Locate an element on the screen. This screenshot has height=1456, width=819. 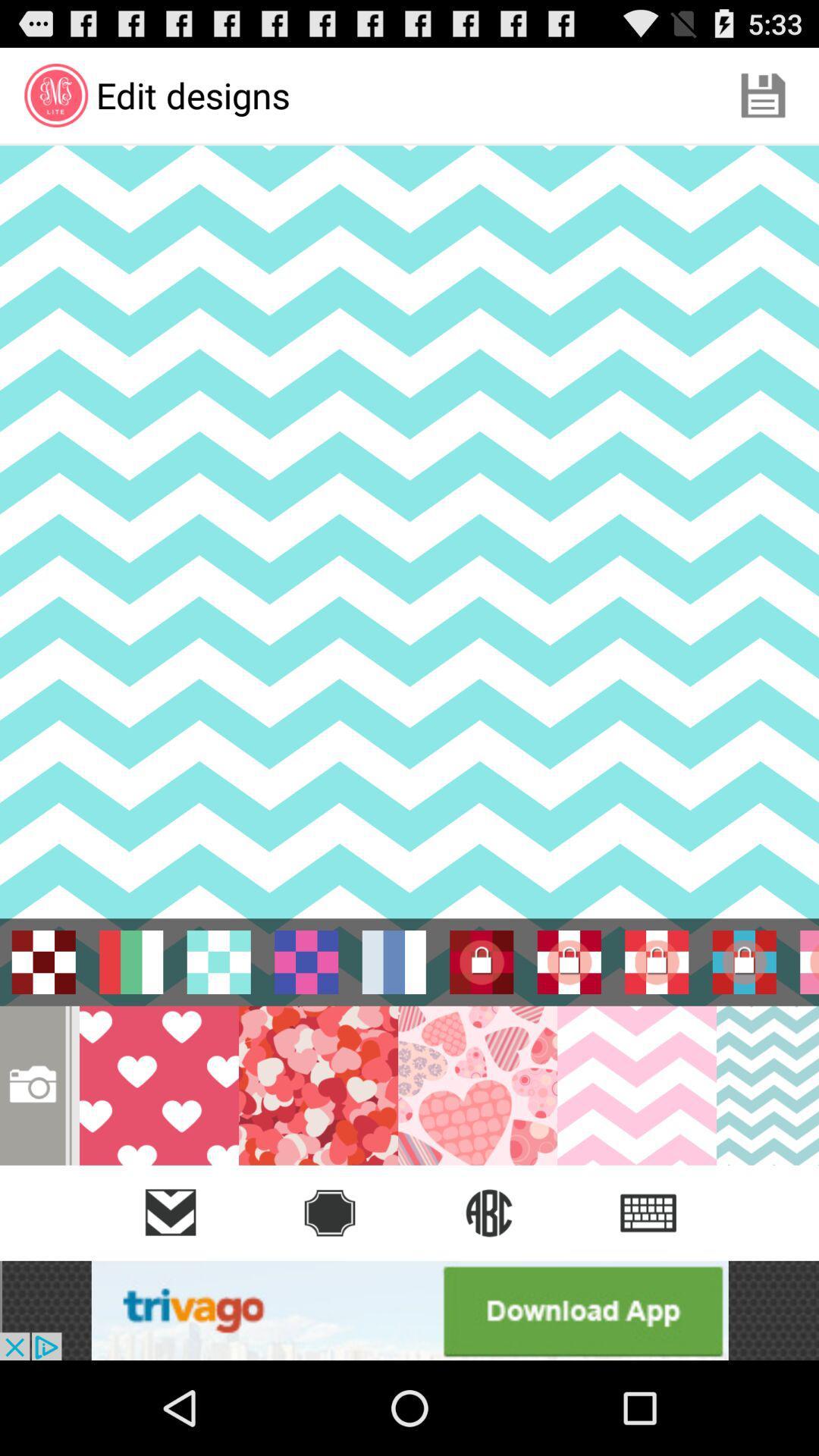
the item at the top right corner is located at coordinates (763, 94).